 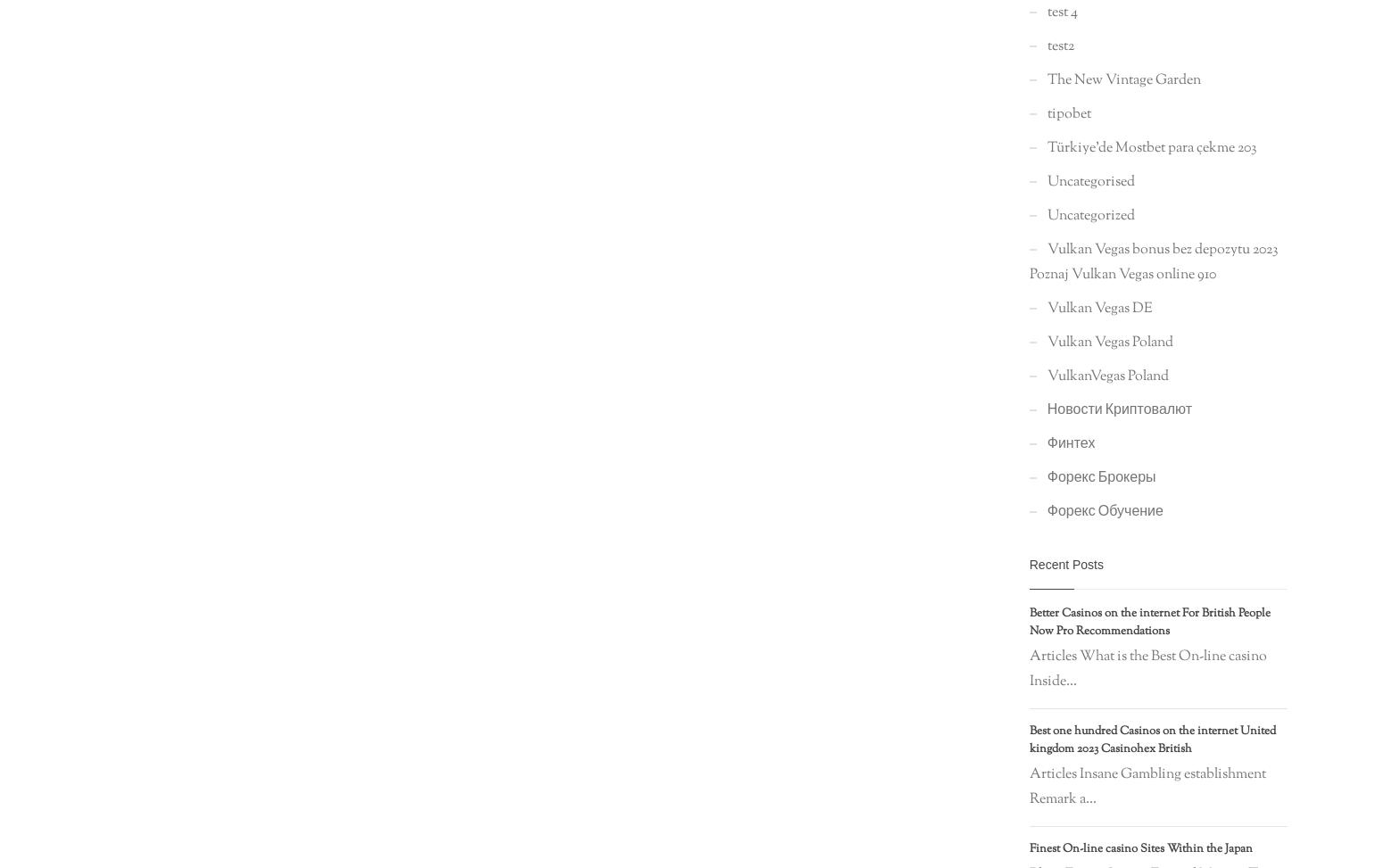 I want to click on 'Finest On-line casino Sites Within the Japan', so click(x=1139, y=847).